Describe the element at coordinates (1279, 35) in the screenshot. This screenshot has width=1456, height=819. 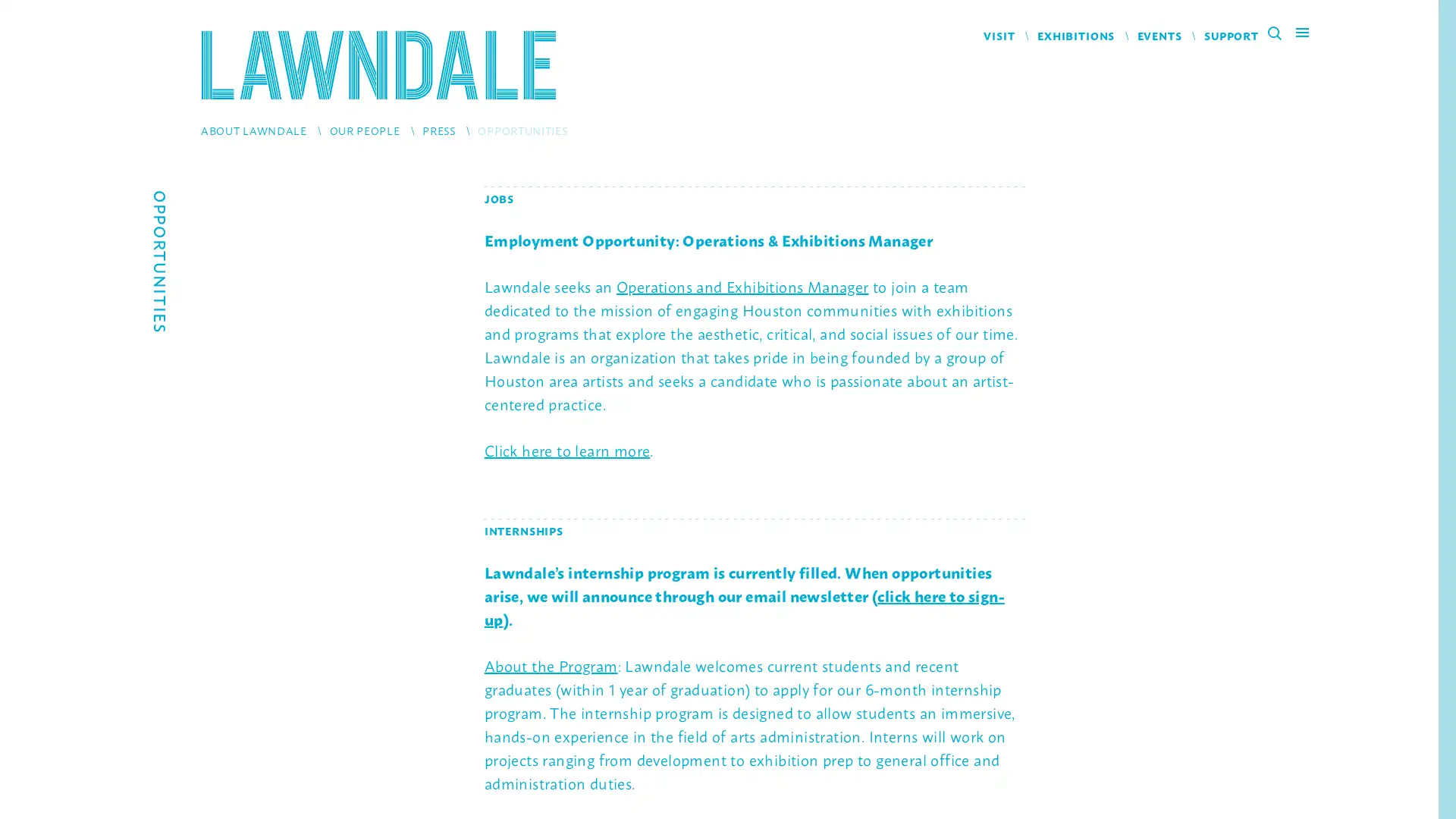
I see `Search` at that location.